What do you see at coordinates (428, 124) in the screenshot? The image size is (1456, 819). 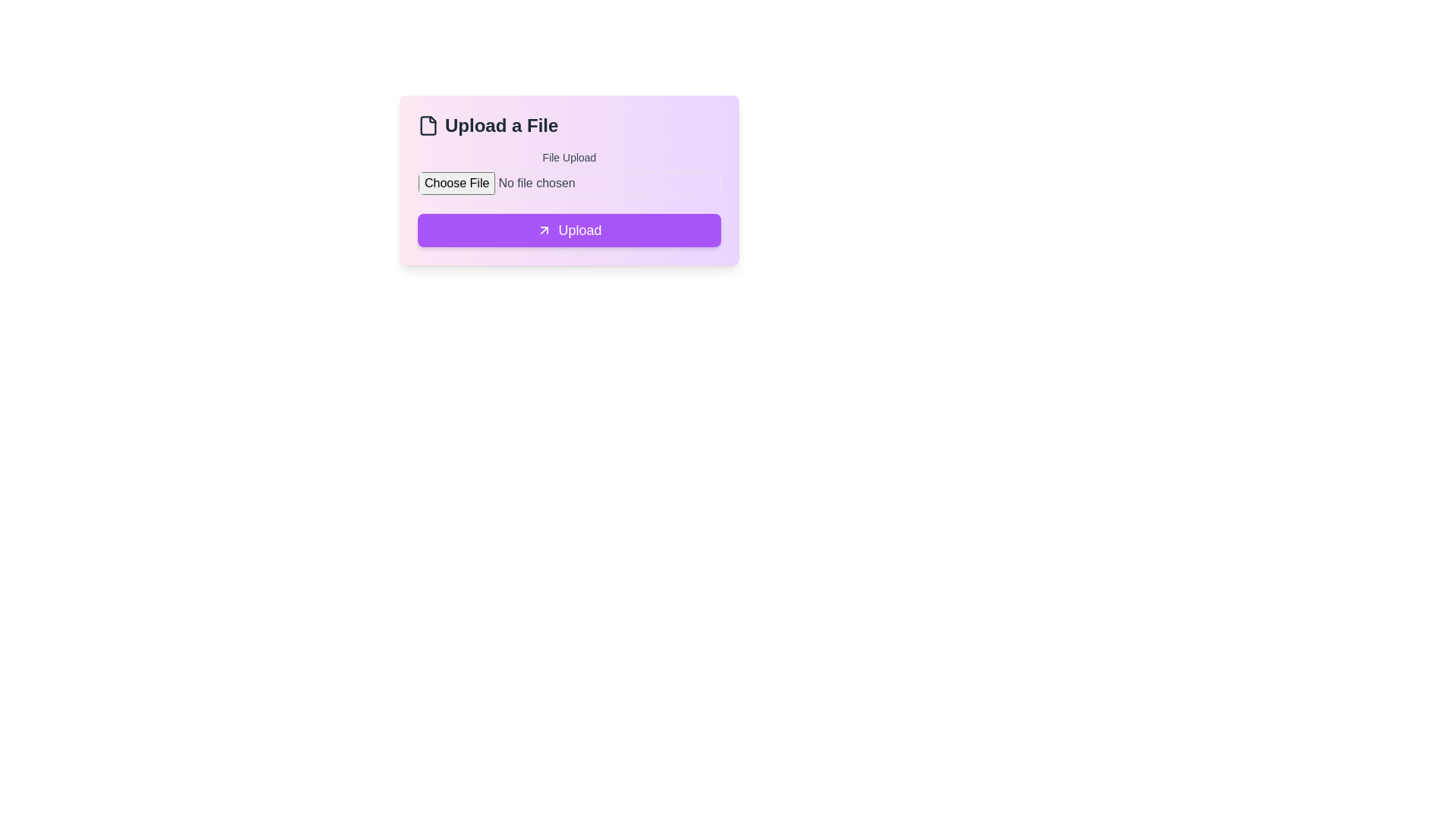 I see `the document/file icon located at the top left of the card component, adjacent to the 'Upload a File' header` at bounding box center [428, 124].